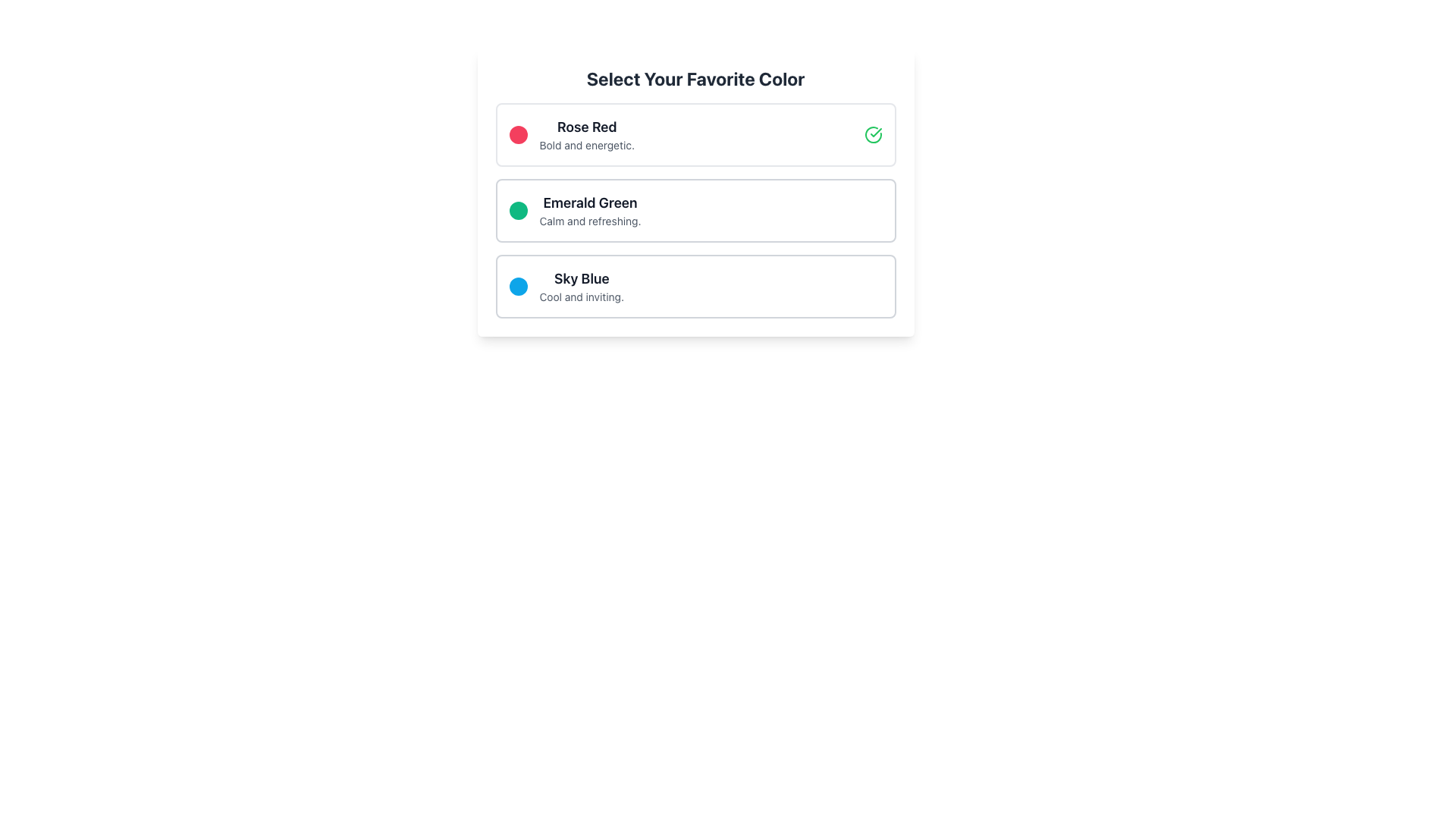  I want to click on the descriptive text element providing context for the 'Emerald Green' color option, located directly below the bolded title and aligned to the left, so click(589, 221).